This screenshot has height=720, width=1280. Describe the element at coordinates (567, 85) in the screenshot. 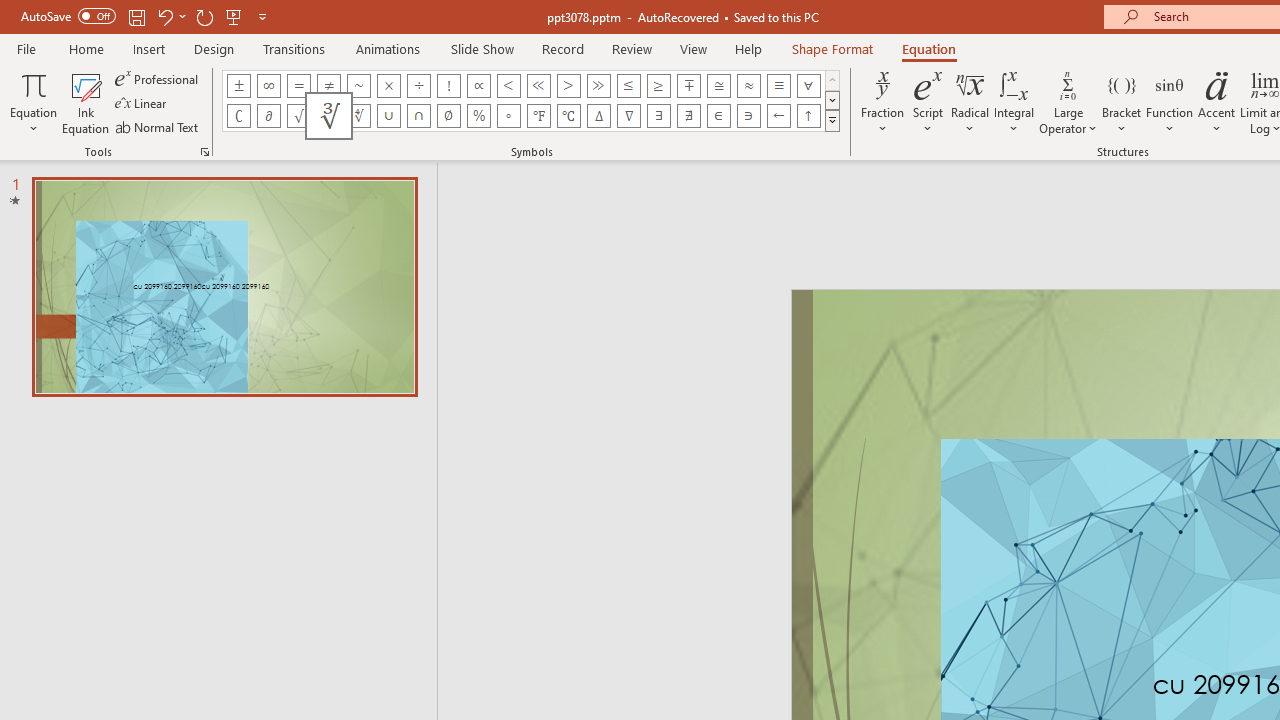

I see `'Equation Symbol Greater Than'` at that location.